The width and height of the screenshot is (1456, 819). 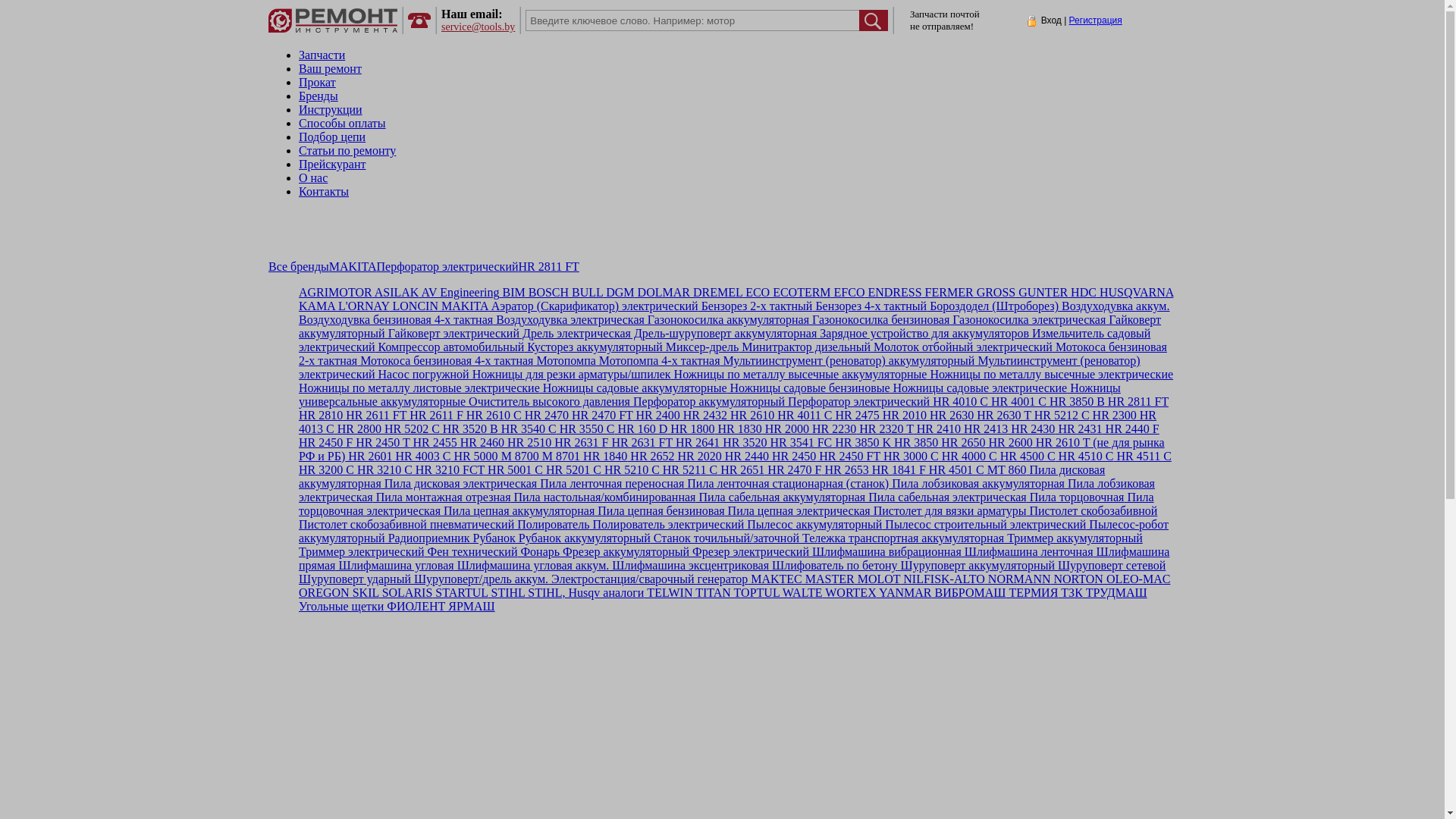 What do you see at coordinates (368, 455) in the screenshot?
I see `'HR 2601'` at bounding box center [368, 455].